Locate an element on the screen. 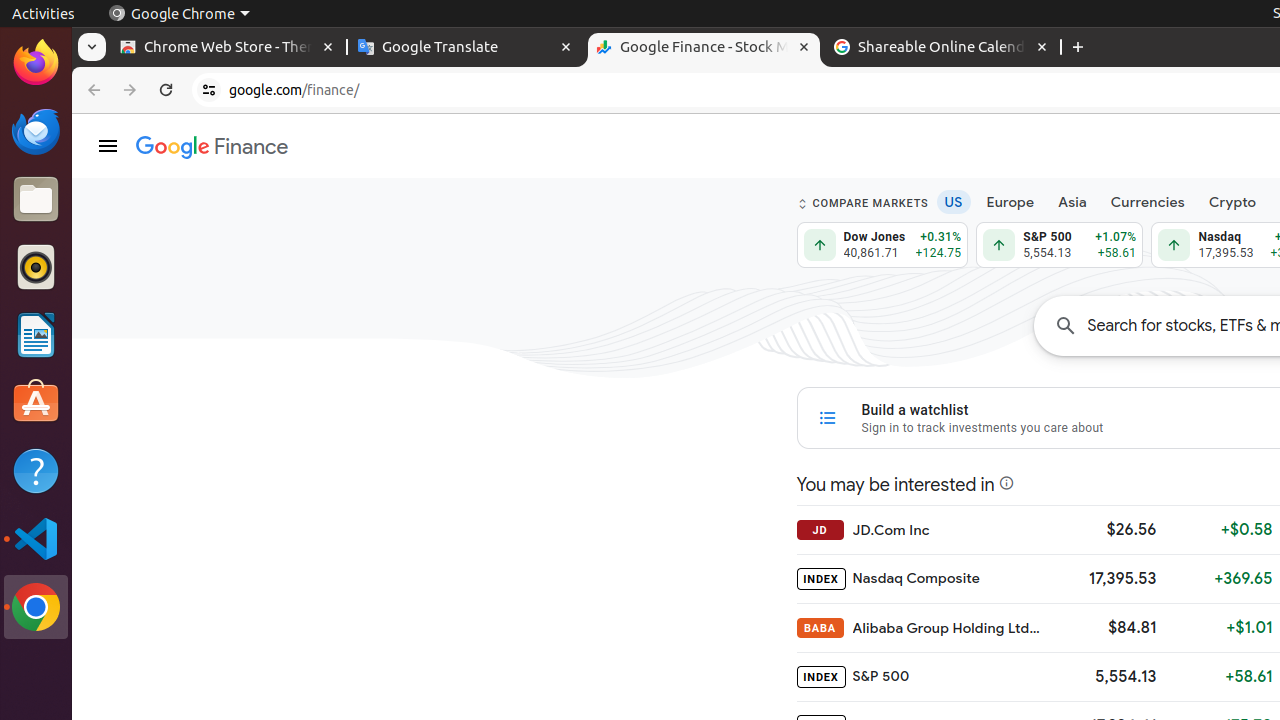 Image resolution: width=1280 pixels, height=720 pixels. 'Currencies' is located at coordinates (1147, 202).